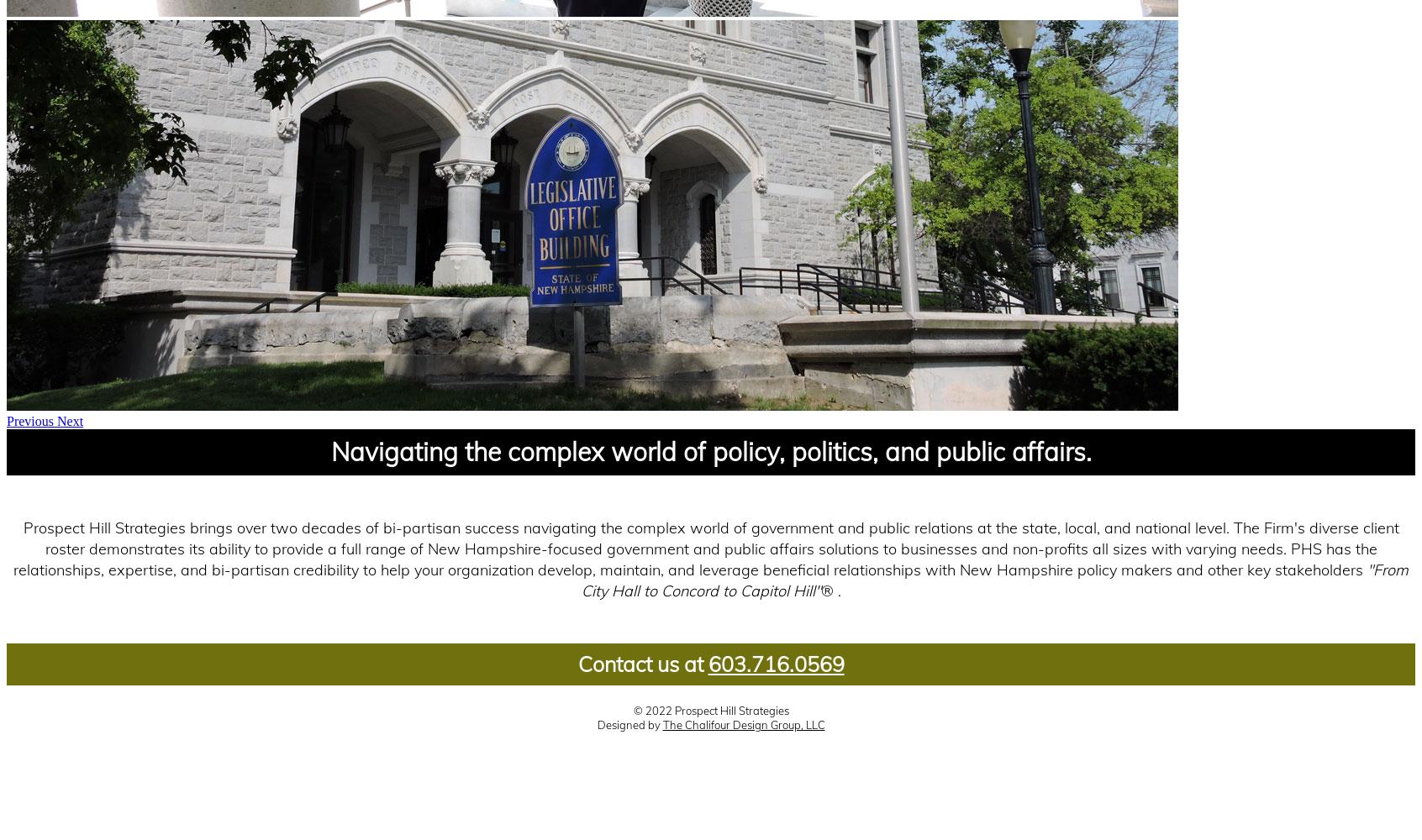 The height and width of the screenshot is (840, 1422). I want to click on '© 2022 Prospect Hill Strategies', so click(631, 710).